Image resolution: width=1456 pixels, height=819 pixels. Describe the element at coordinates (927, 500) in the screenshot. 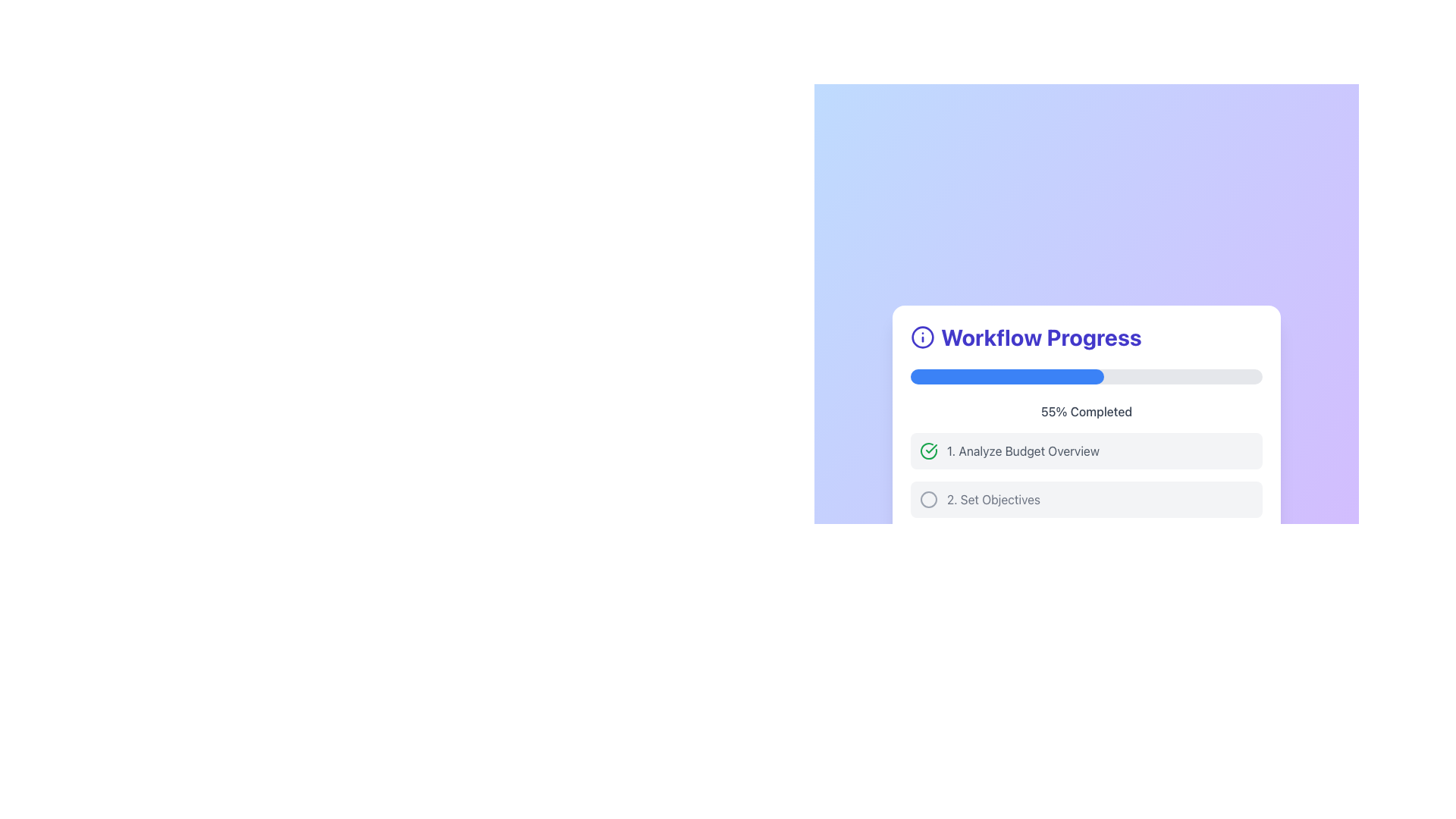

I see `the status icon for the 'Set Objectives' task in the workflow list` at that location.